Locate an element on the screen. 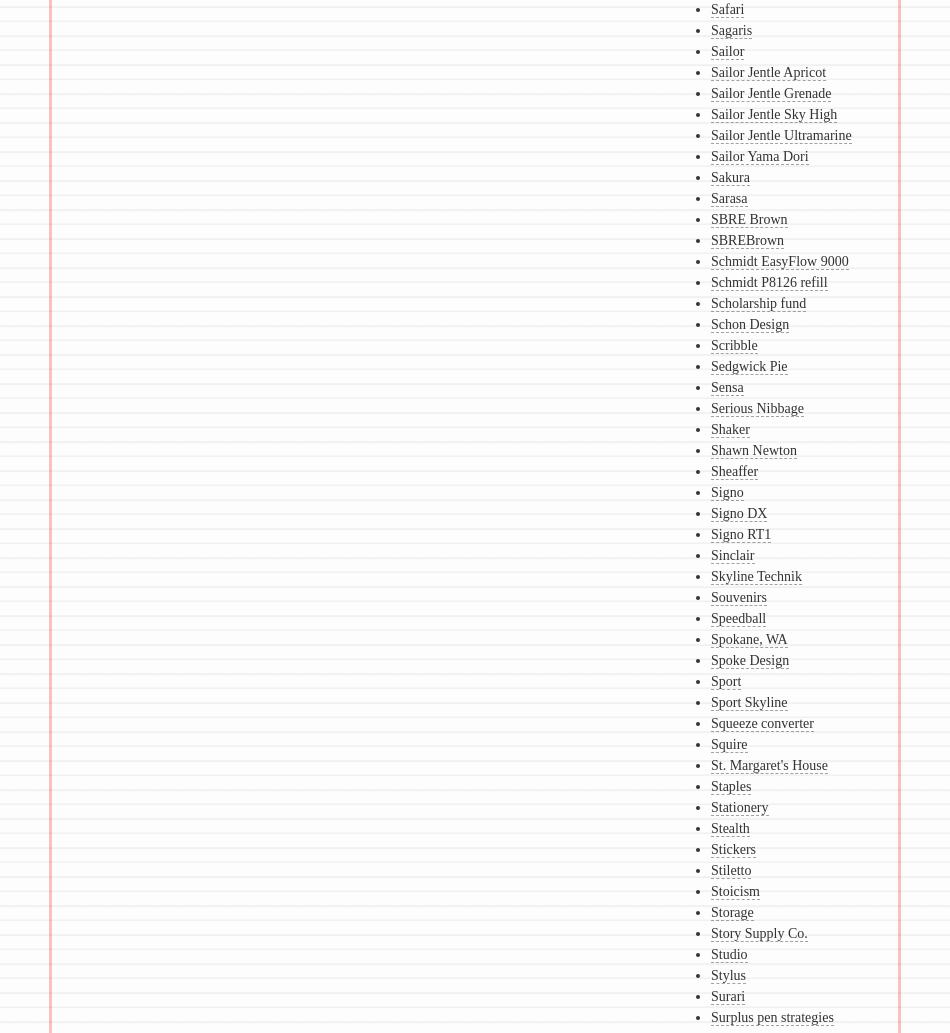 The height and width of the screenshot is (1033, 950). 'Safari' is located at coordinates (726, 9).